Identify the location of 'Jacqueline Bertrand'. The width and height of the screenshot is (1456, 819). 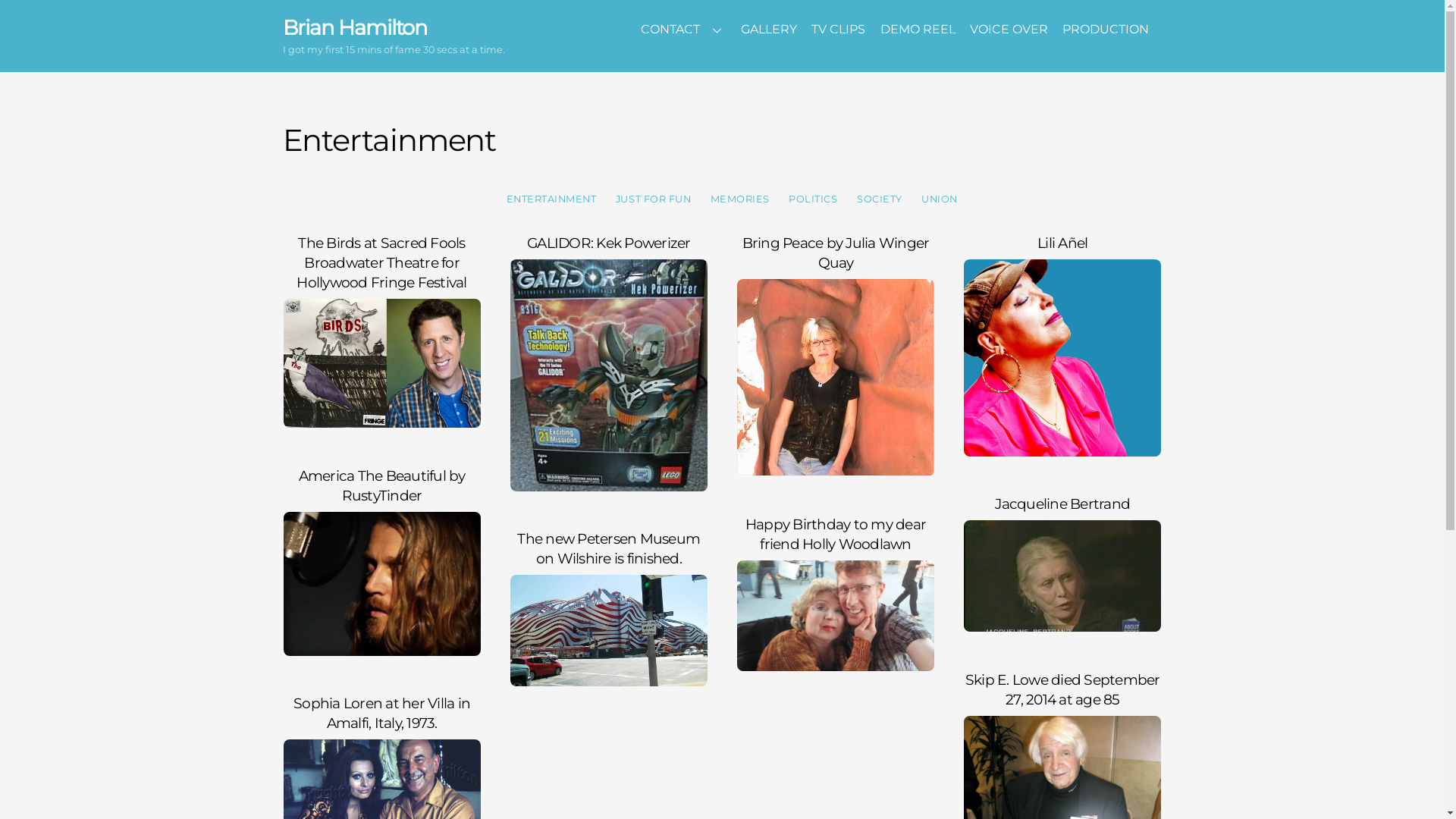
(1062, 576).